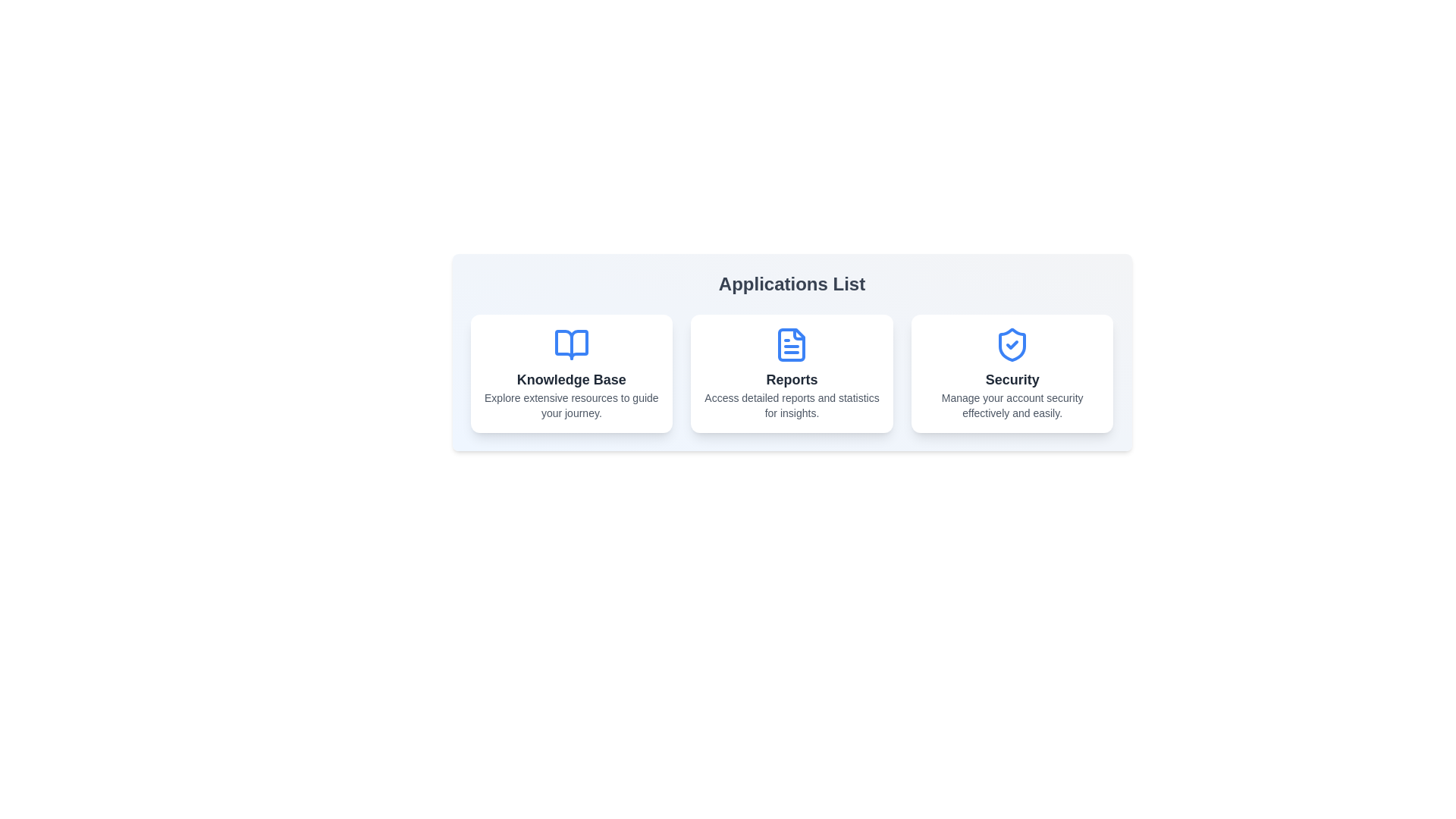 The image size is (1456, 819). Describe the element at coordinates (570, 374) in the screenshot. I see `the Knowledge Base card to simulate an interaction` at that location.